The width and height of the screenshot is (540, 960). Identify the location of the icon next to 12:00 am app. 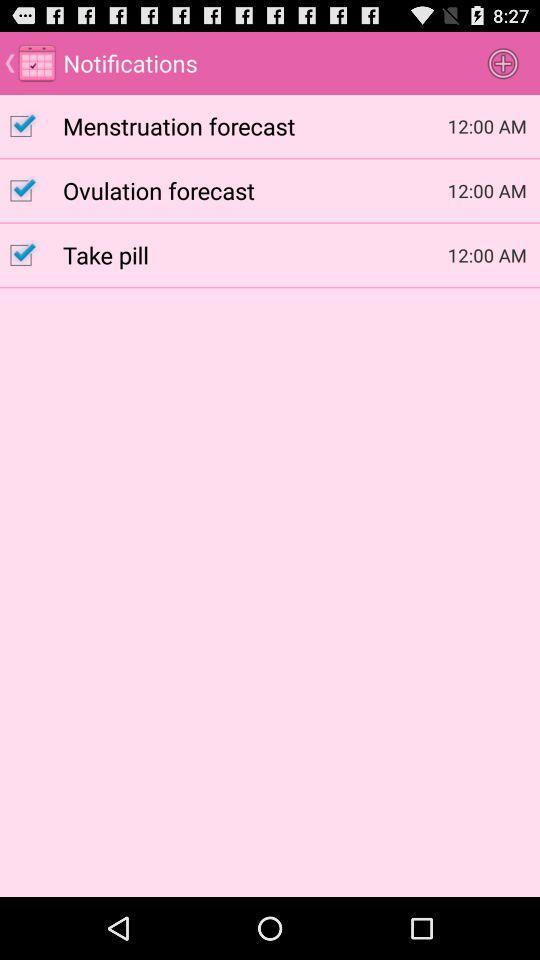
(255, 190).